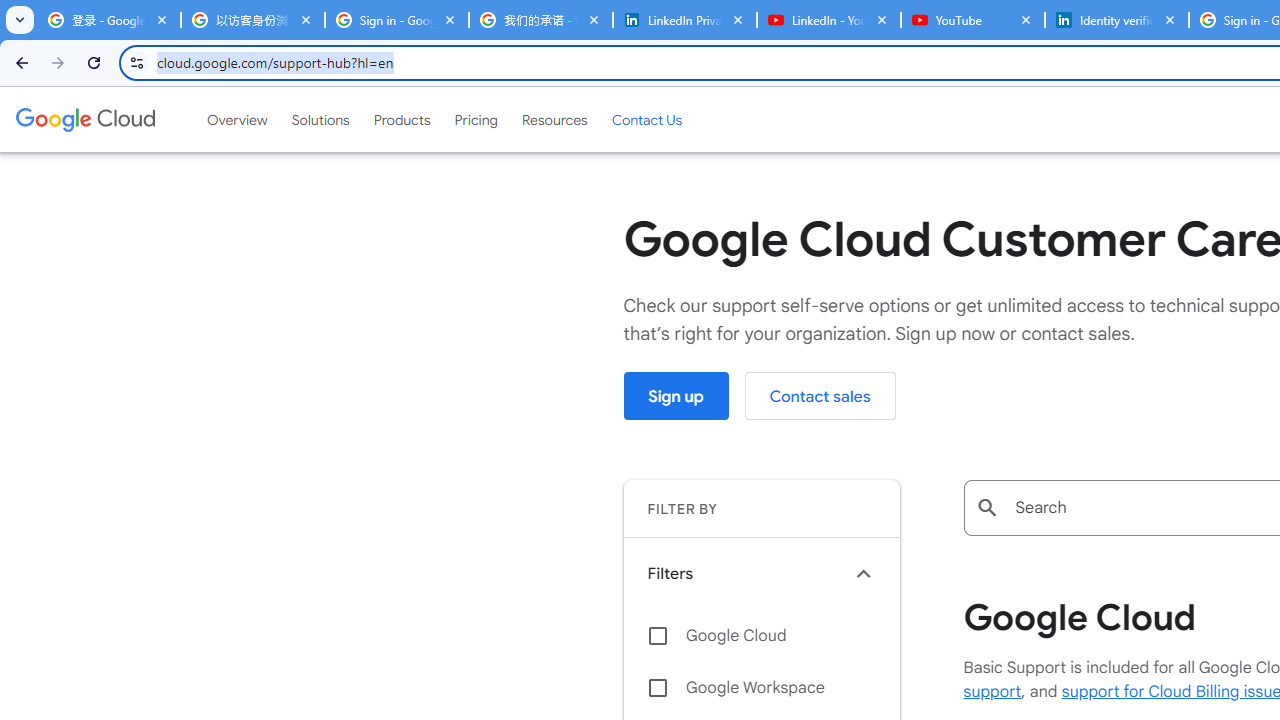  What do you see at coordinates (972, 20) in the screenshot?
I see `'YouTube'` at bounding box center [972, 20].